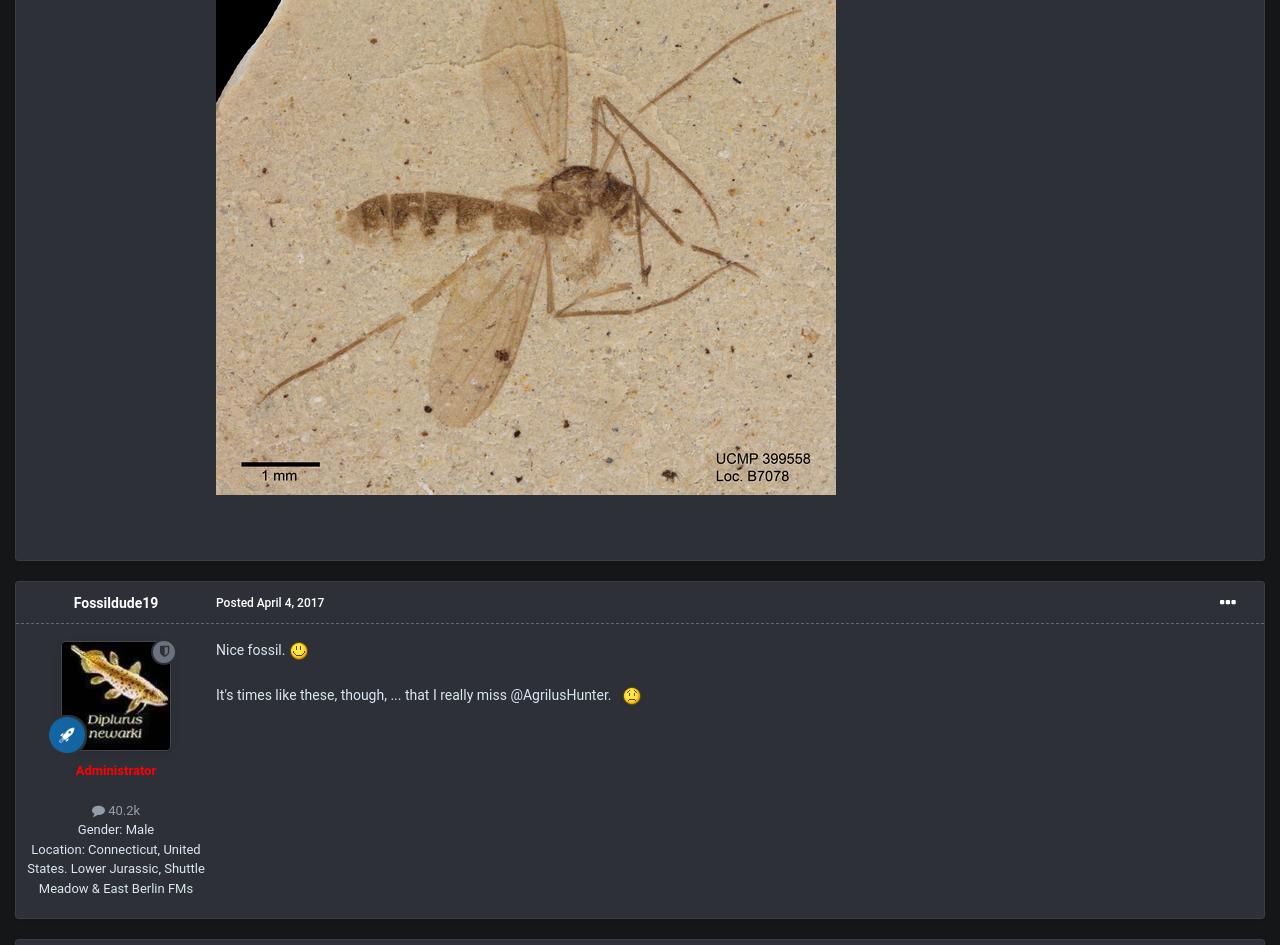 This screenshot has width=1280, height=945. I want to click on 'Male', so click(136, 829).